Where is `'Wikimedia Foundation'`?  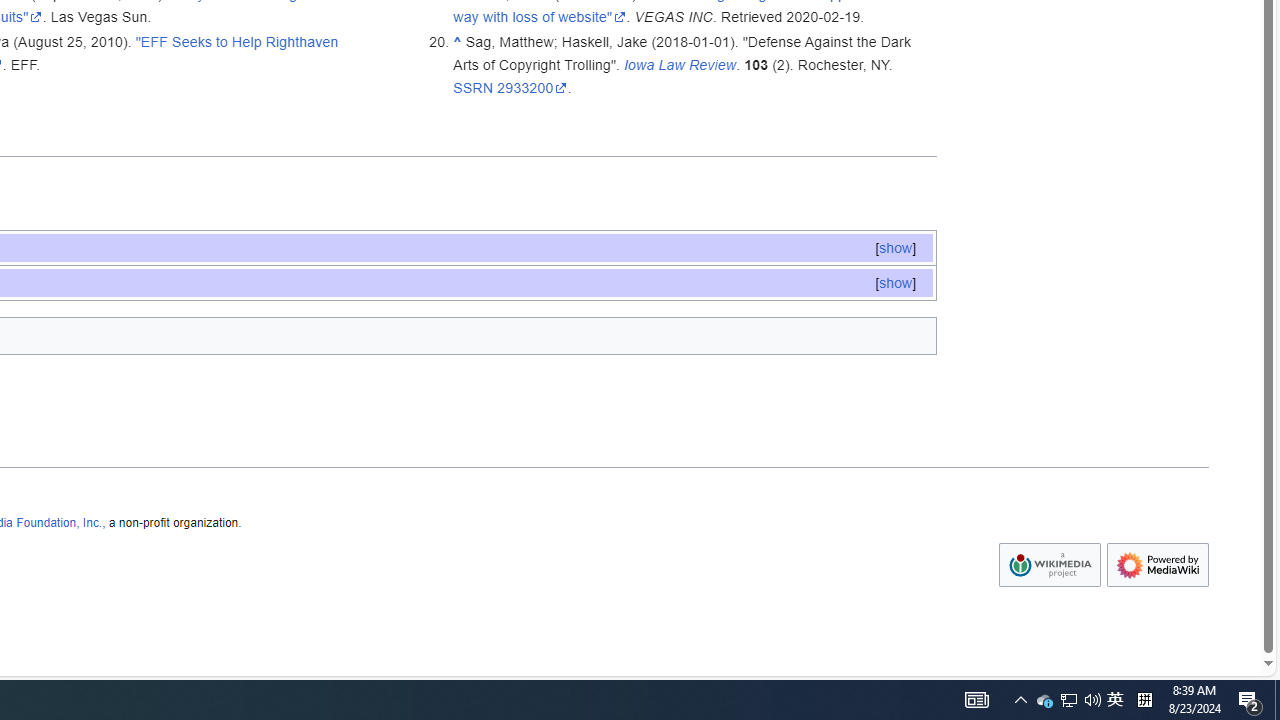
'Wikimedia Foundation' is located at coordinates (1048, 565).